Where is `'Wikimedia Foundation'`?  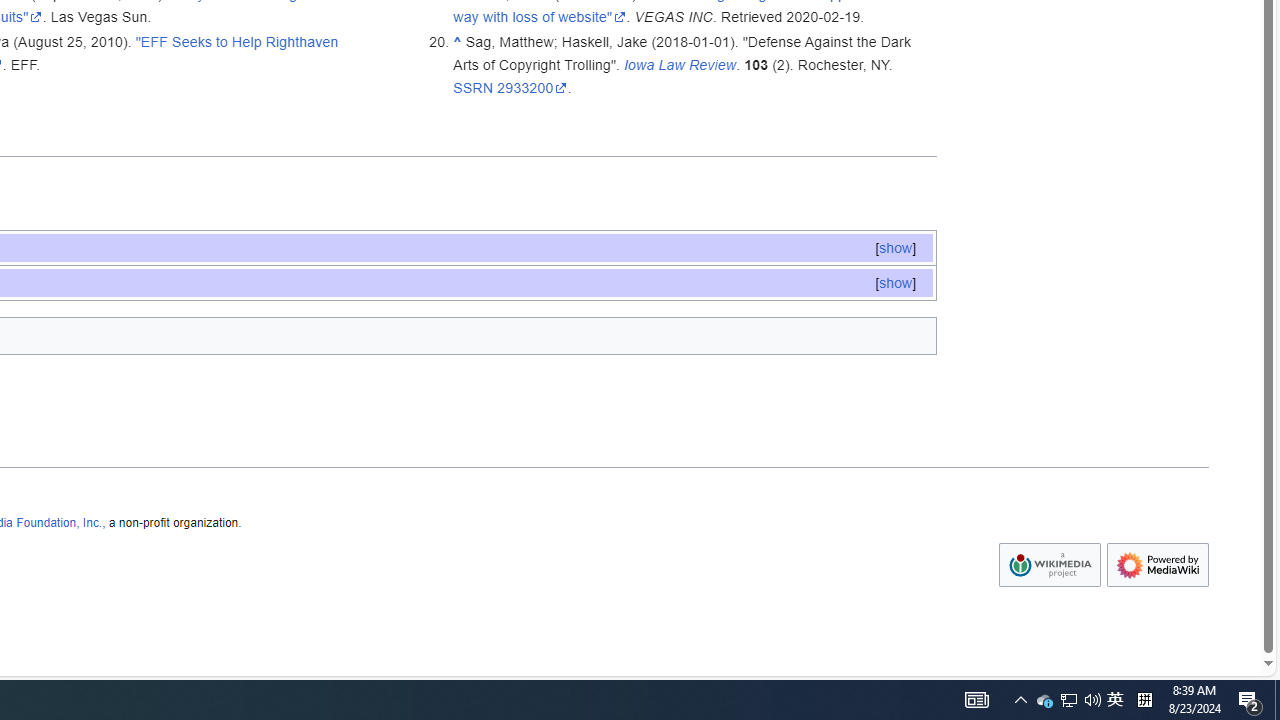
'Wikimedia Foundation' is located at coordinates (1048, 565).